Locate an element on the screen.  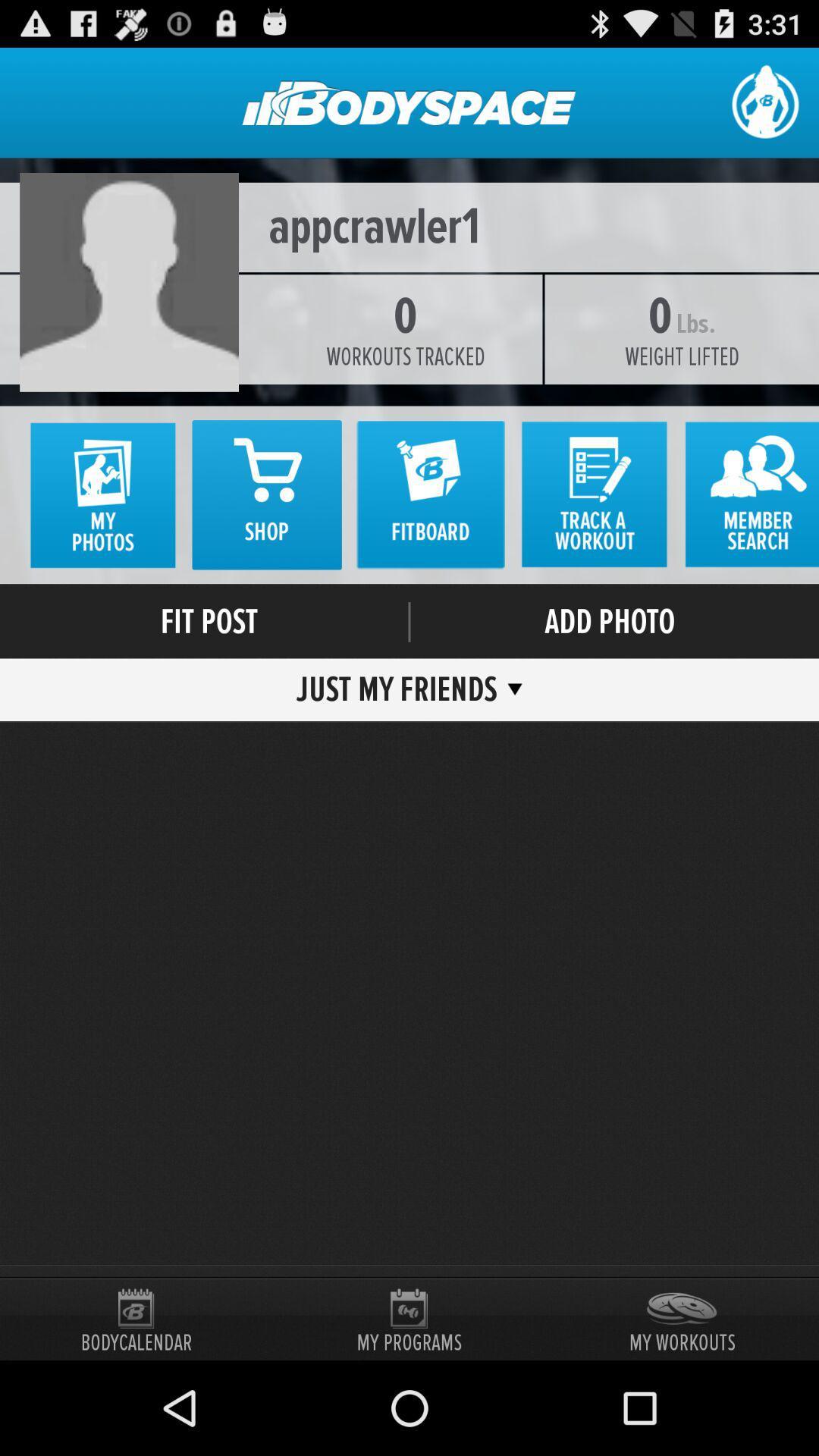
icon below the pull to refresh... item is located at coordinates (409, 226).